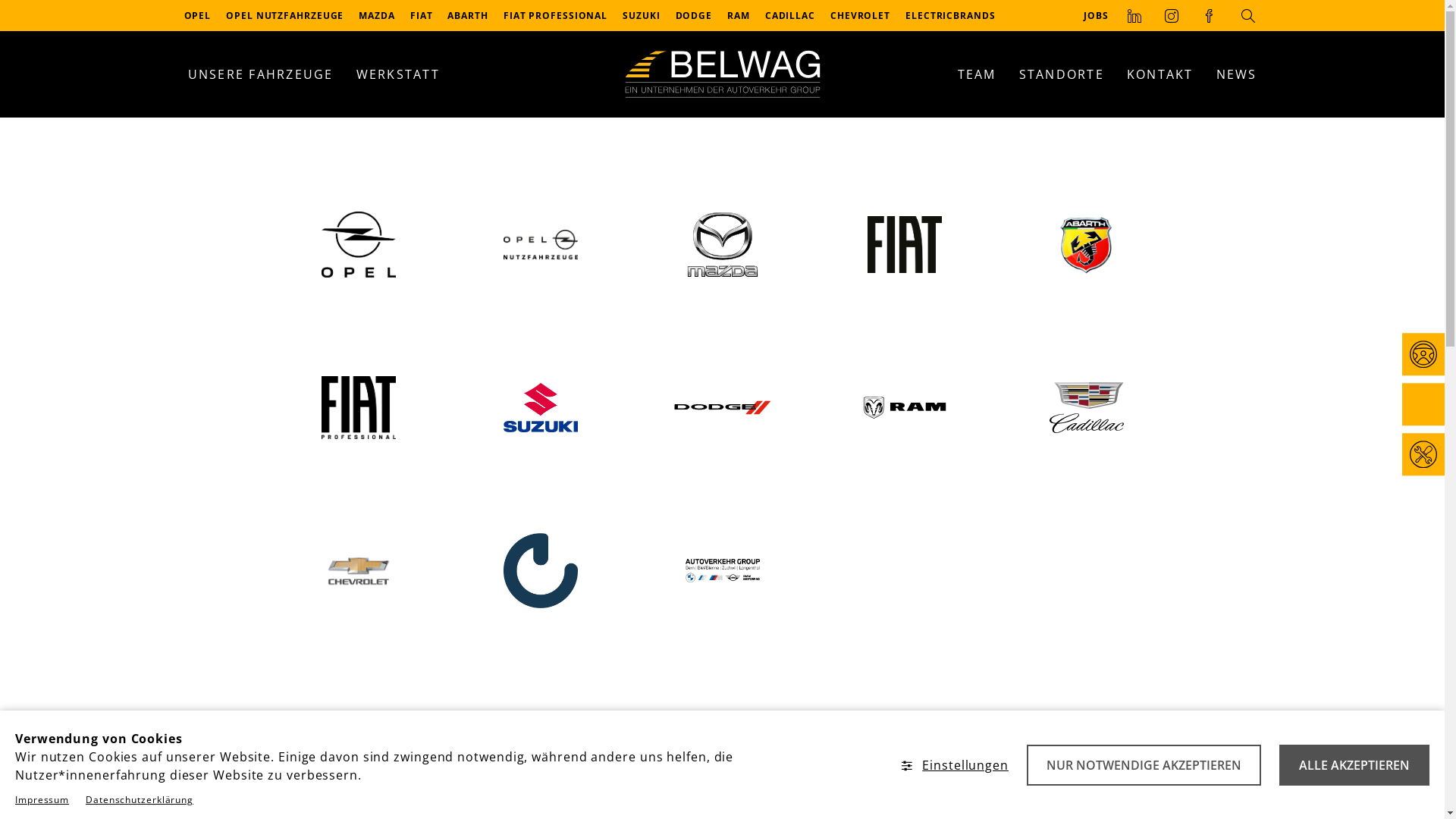 The image size is (1456, 819). Describe the element at coordinates (495, 15) in the screenshot. I see `'FIAT PROFESSIONAL'` at that location.